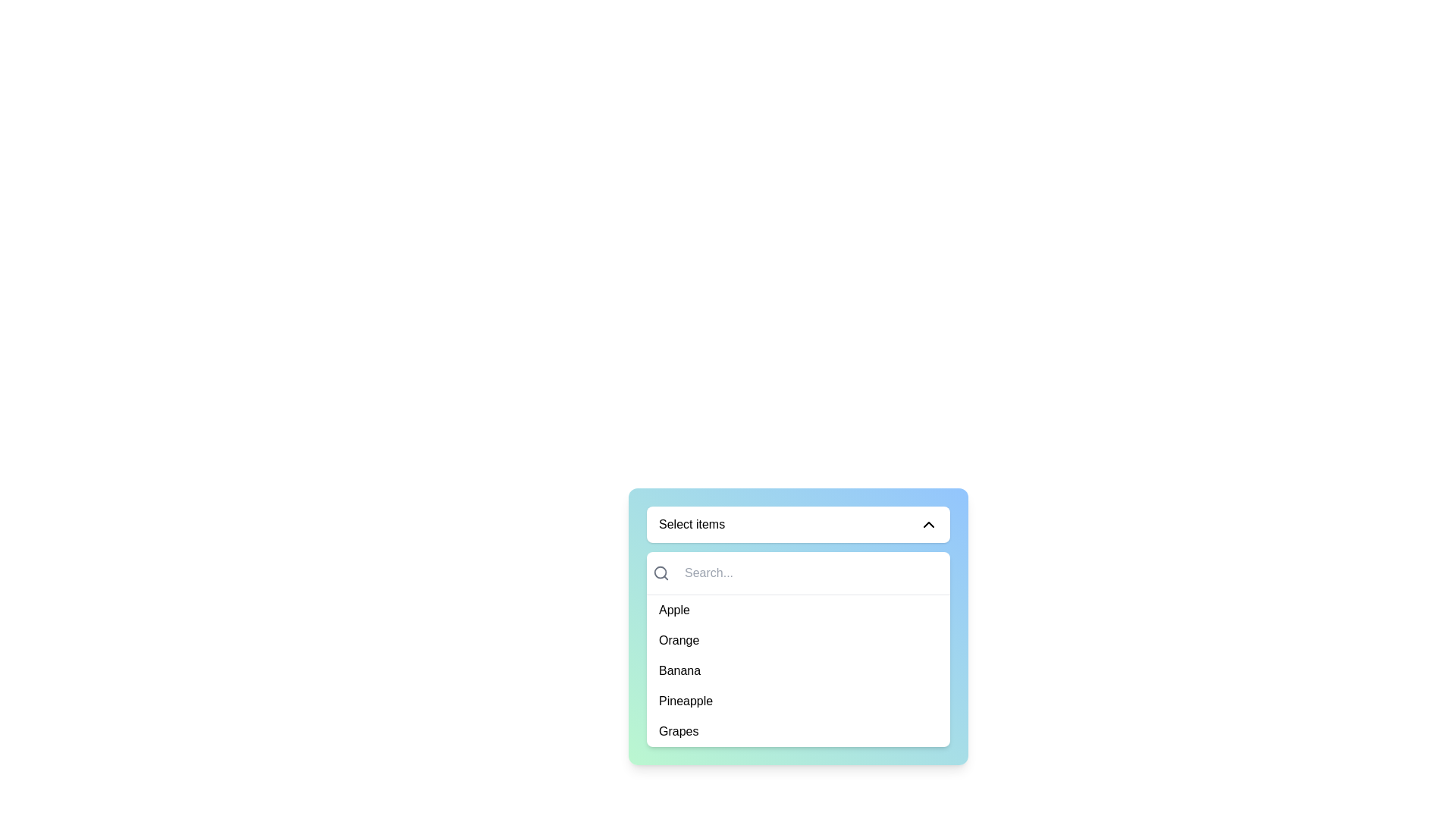 The width and height of the screenshot is (1456, 819). Describe the element at coordinates (927, 523) in the screenshot. I see `the upward-pointing chevron icon in the 'Select items' dropdown header` at that location.